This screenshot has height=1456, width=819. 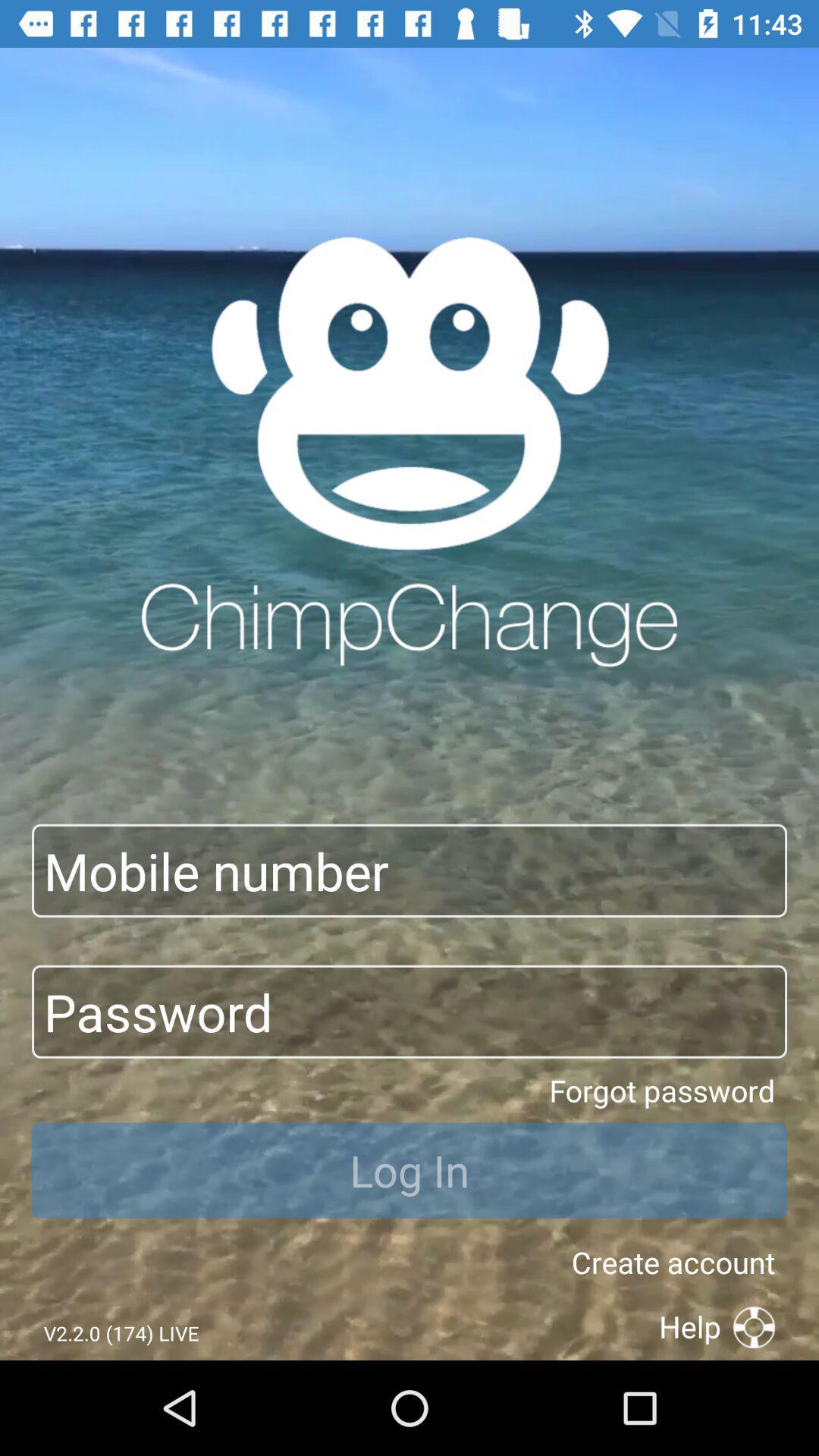 I want to click on type the password, so click(x=409, y=1012).